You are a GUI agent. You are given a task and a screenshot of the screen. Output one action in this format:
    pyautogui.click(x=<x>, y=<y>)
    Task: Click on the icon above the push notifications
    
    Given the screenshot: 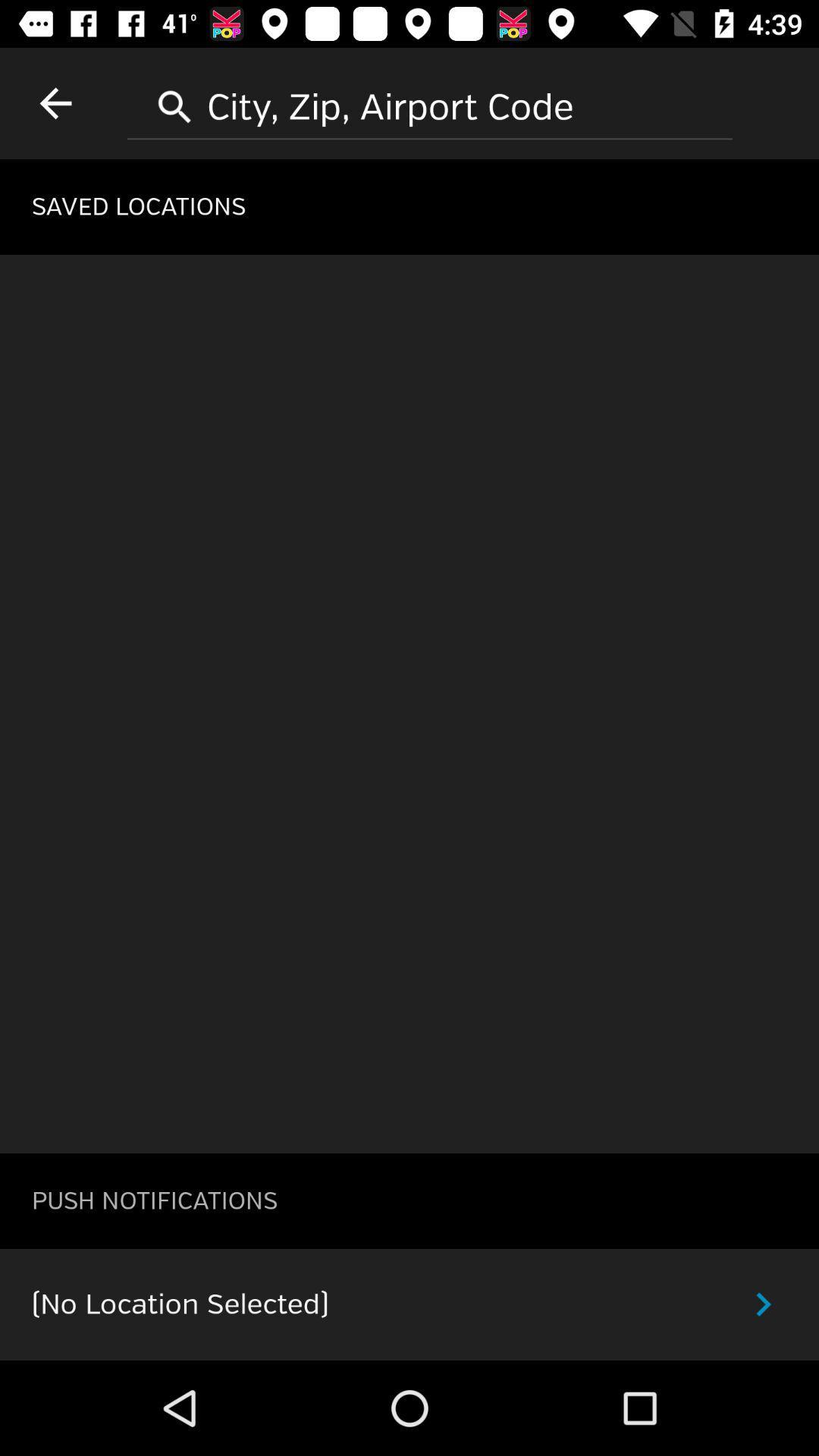 What is the action you would take?
    pyautogui.click(x=409, y=703)
    